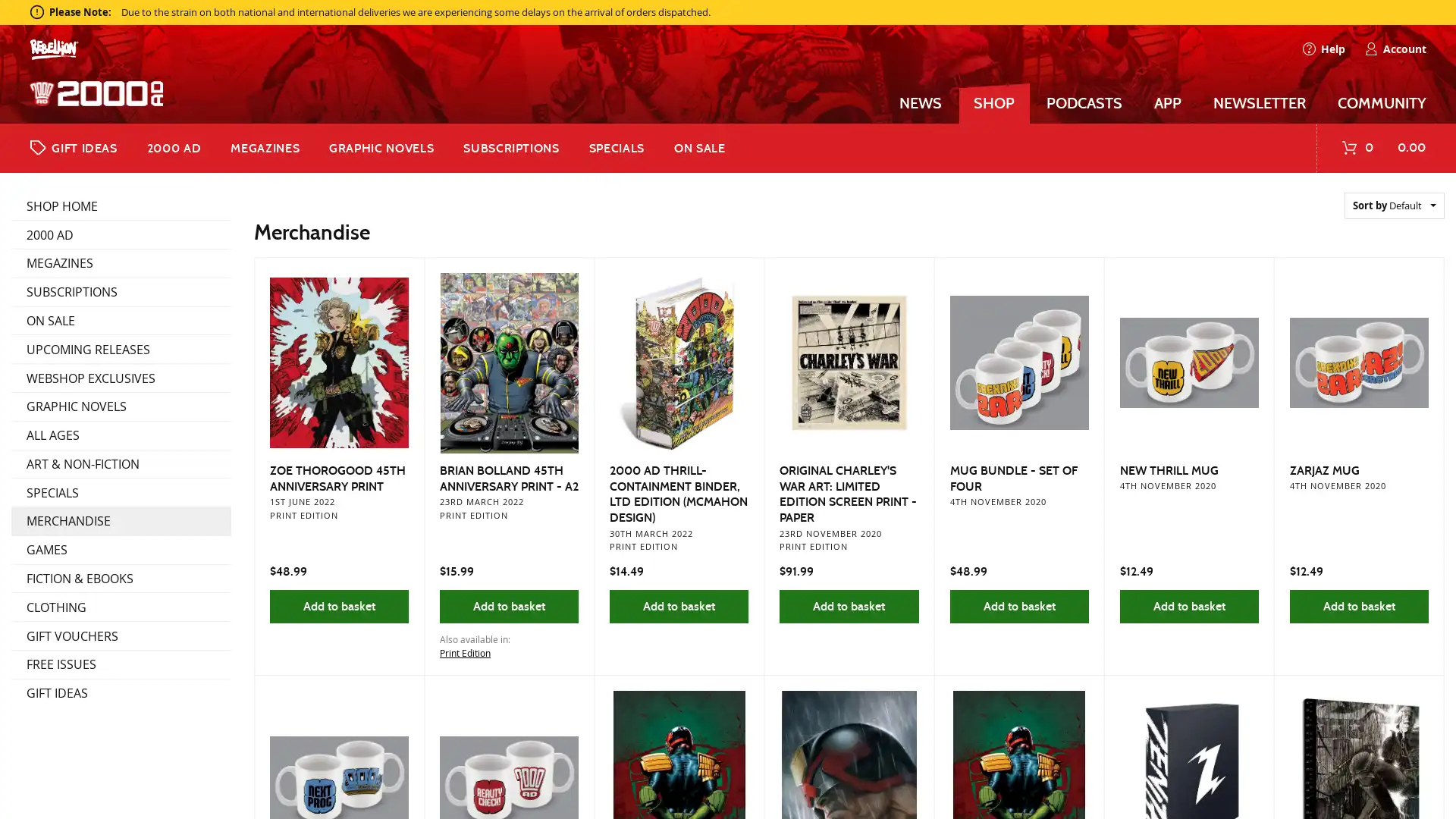 This screenshot has width=1456, height=819. I want to click on Add to basket, so click(1018, 605).